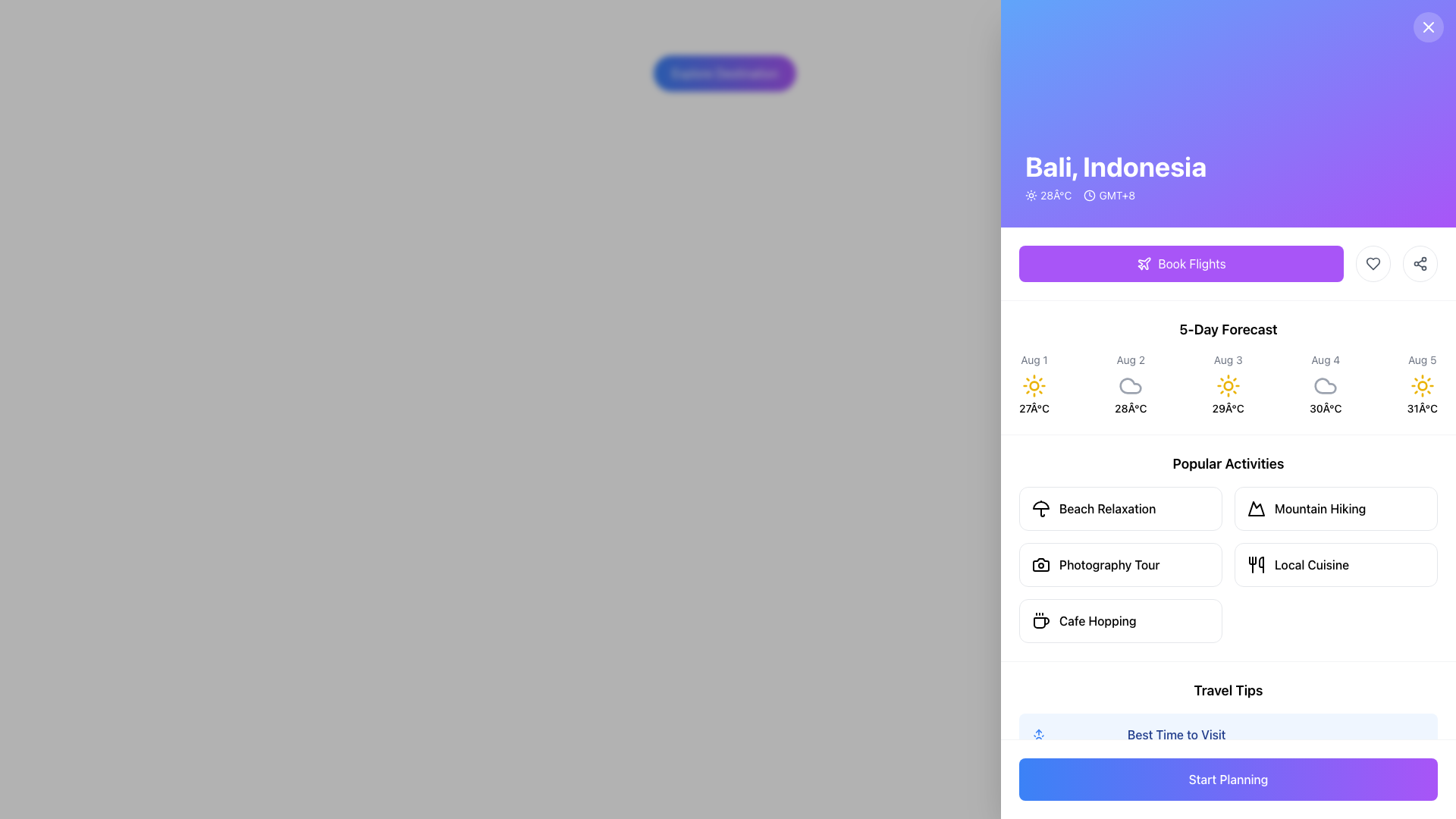  What do you see at coordinates (1033, 408) in the screenshot?
I see `the static text element displaying the temperature value for August 1 (27°C) located below the sun icon in the first column of the 5-day forecast grid` at bounding box center [1033, 408].